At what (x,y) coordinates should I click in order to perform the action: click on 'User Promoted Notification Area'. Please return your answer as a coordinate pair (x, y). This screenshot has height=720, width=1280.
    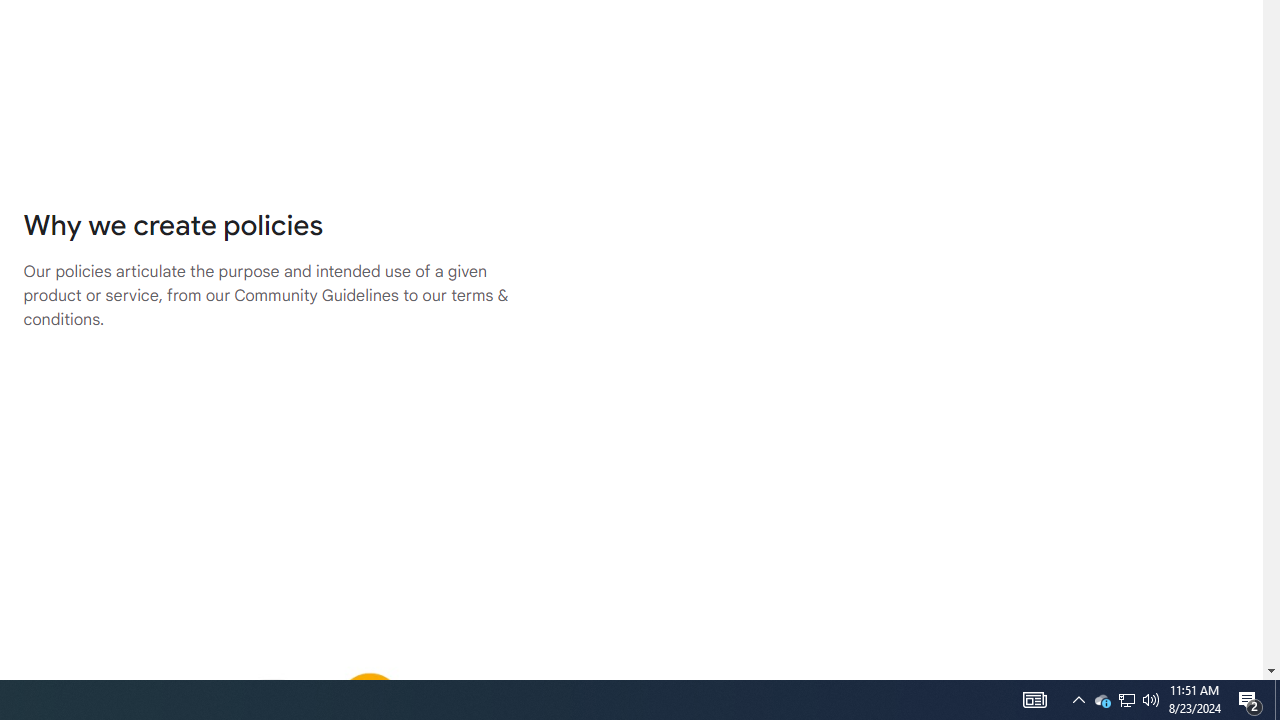
    Looking at the image, I should click on (1151, 698).